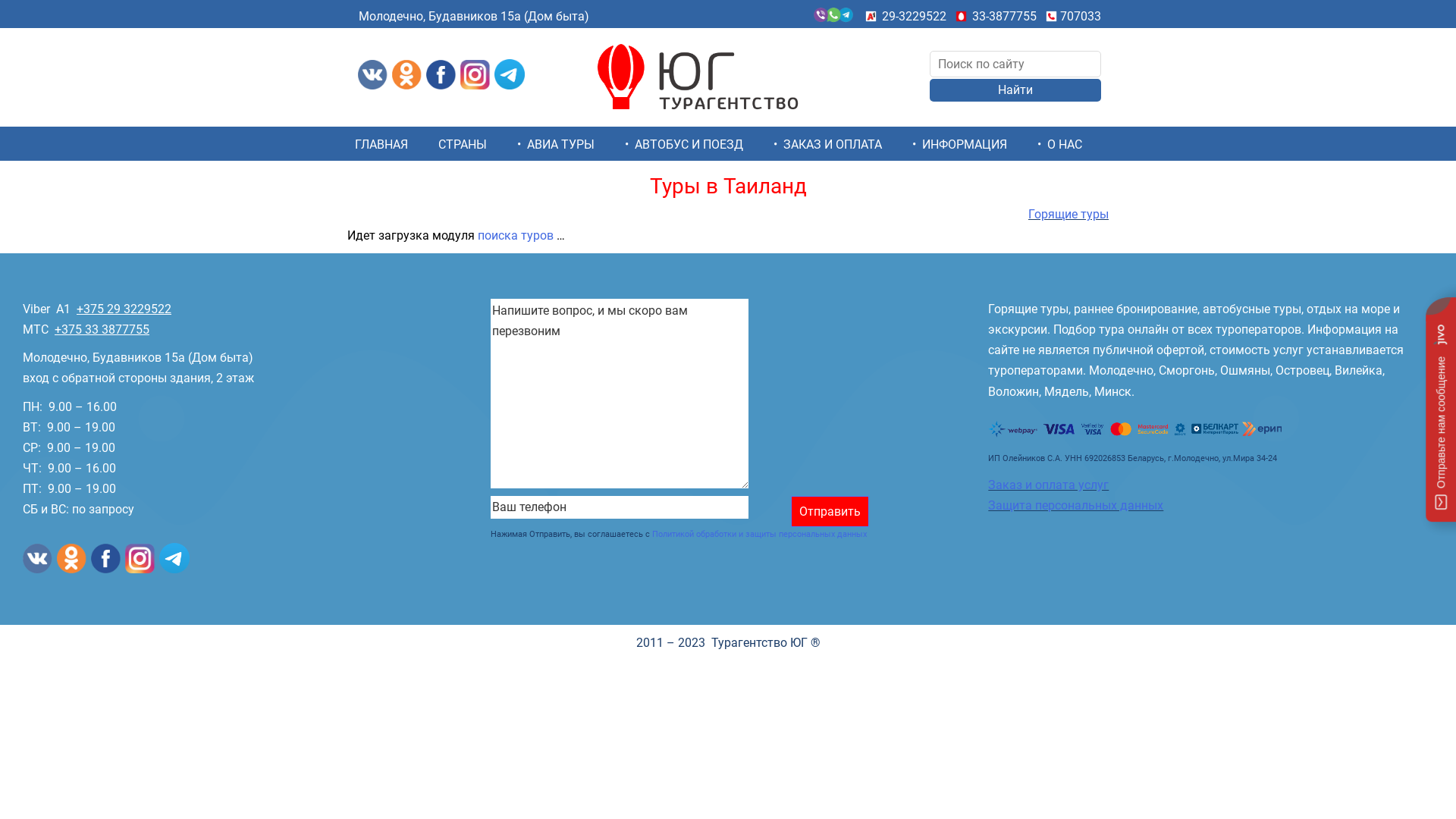 This screenshot has width=1456, height=819. What do you see at coordinates (1080, 16) in the screenshot?
I see `'707033'` at bounding box center [1080, 16].